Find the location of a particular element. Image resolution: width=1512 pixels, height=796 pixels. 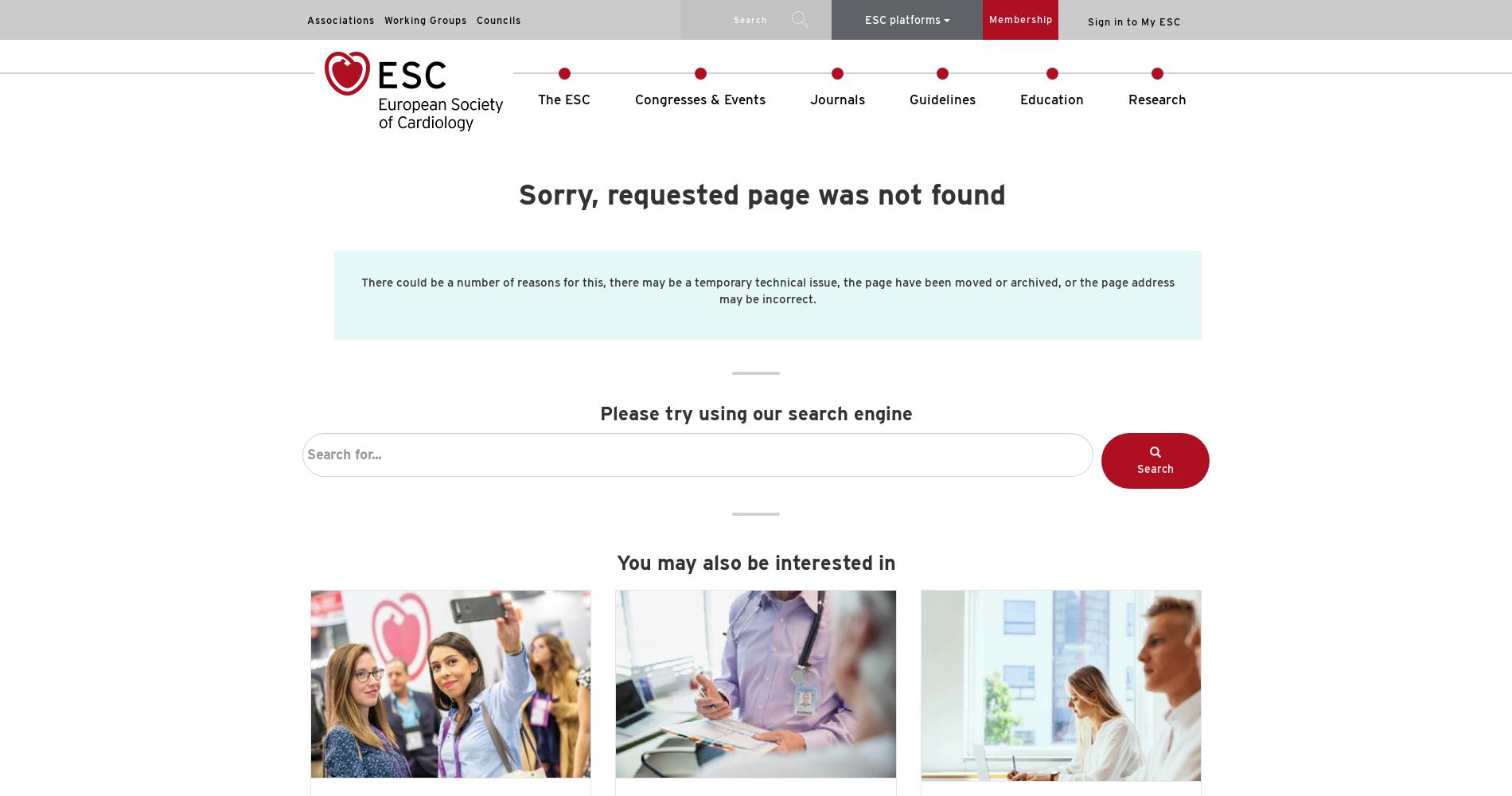

'Search' is located at coordinates (1155, 467).